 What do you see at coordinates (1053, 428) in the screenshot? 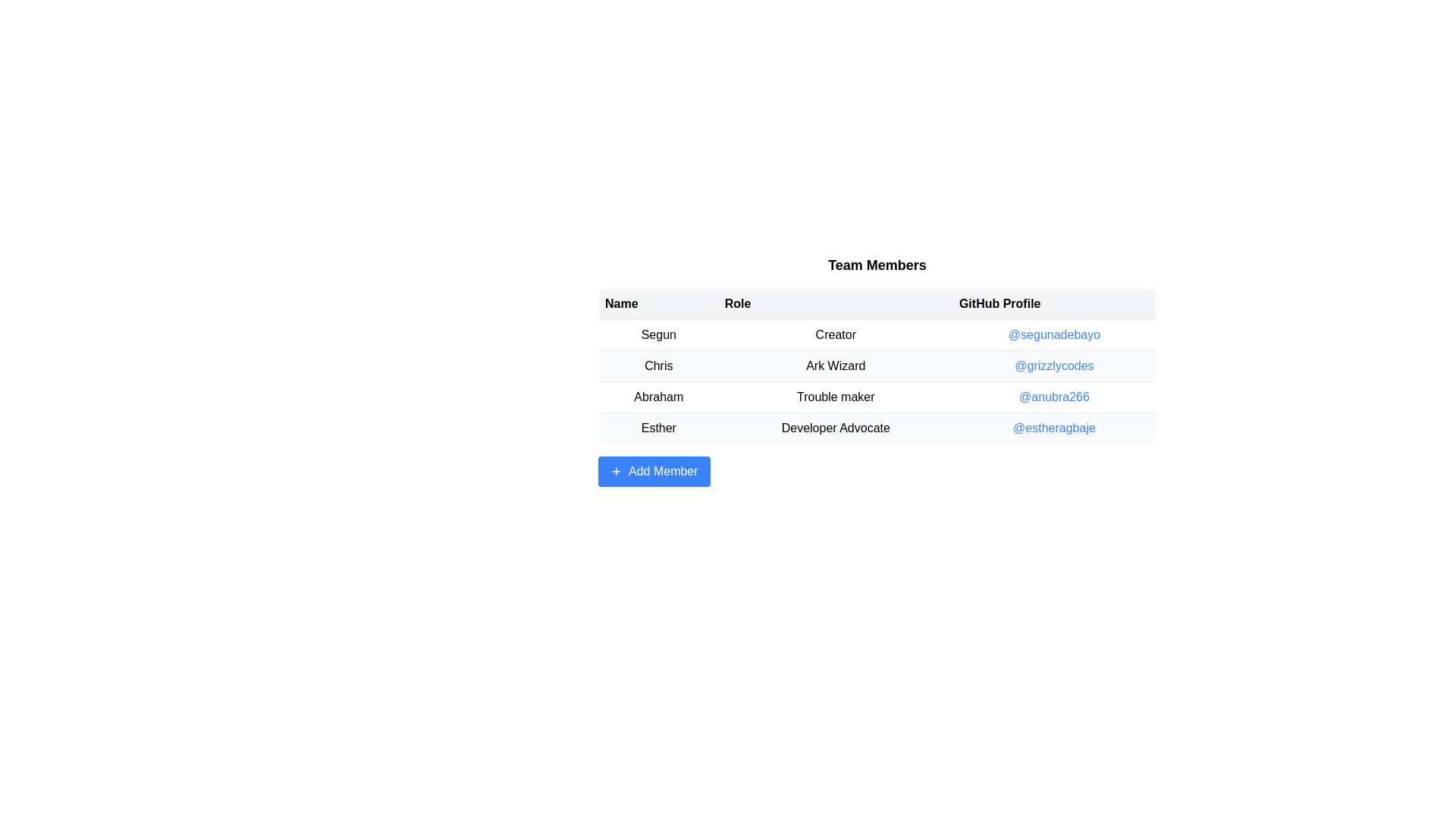
I see `the hyperlink '@estheragbaje' located` at bounding box center [1053, 428].